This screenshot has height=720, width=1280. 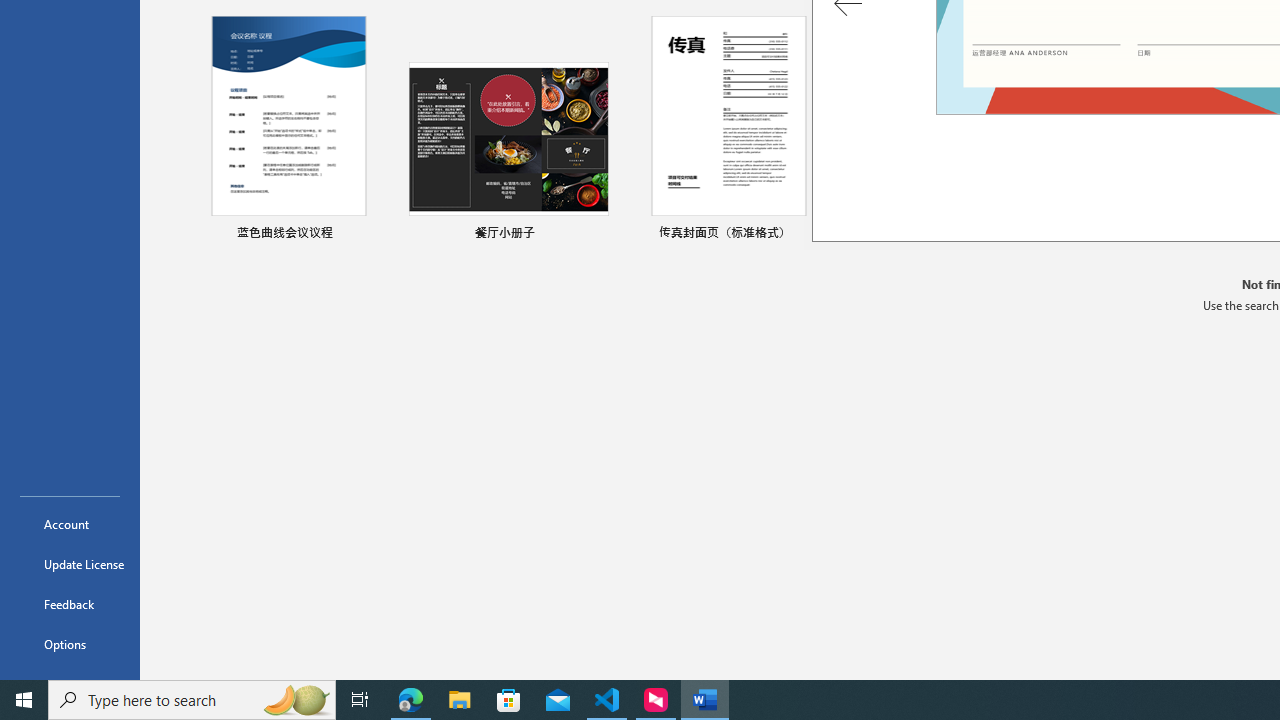 What do you see at coordinates (69, 644) in the screenshot?
I see `'Options'` at bounding box center [69, 644].